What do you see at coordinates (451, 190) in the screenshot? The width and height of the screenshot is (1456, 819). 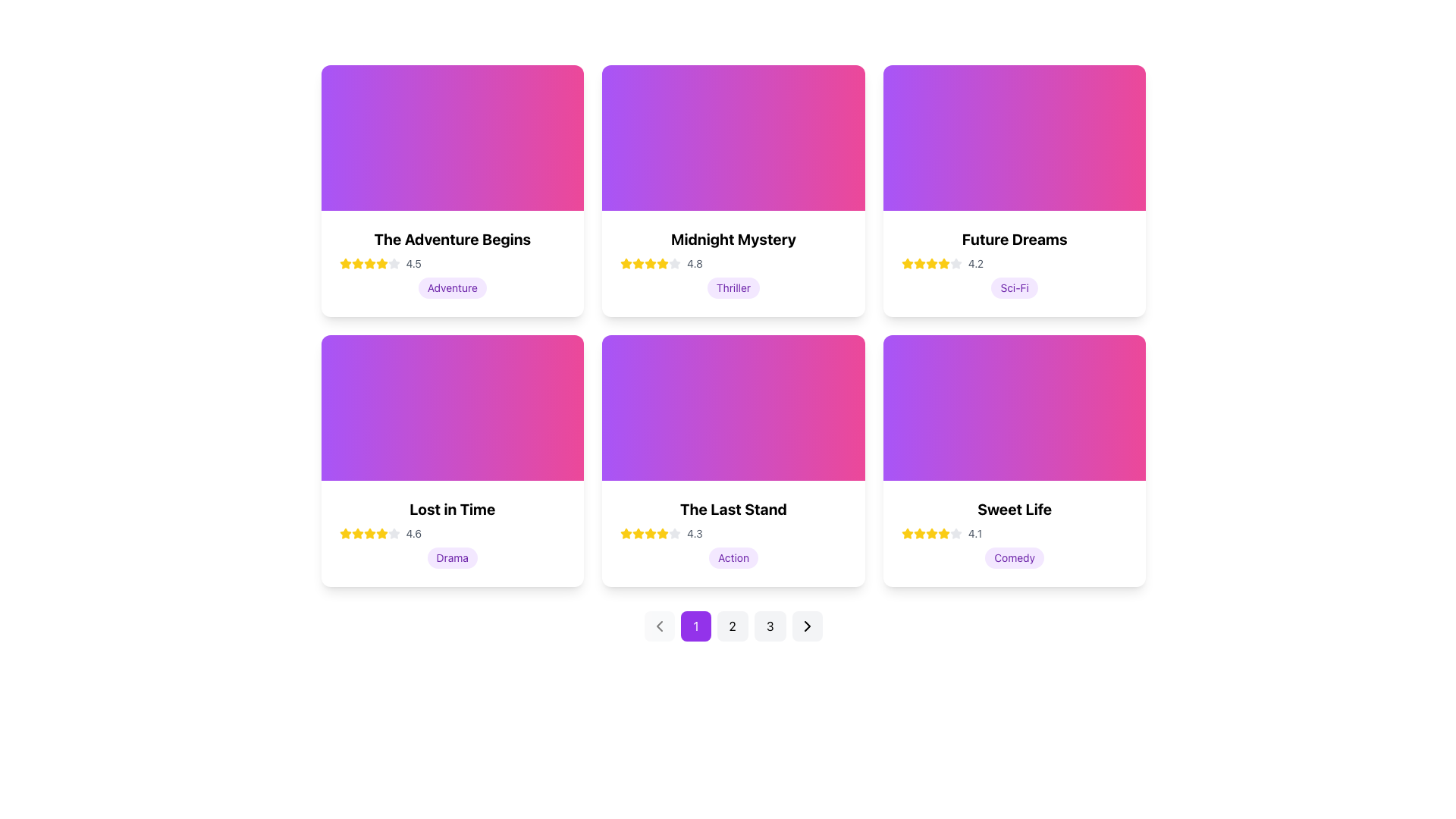 I see `the card element displaying information about a specific item, located in the first column of the first row of a grid-based layout` at bounding box center [451, 190].